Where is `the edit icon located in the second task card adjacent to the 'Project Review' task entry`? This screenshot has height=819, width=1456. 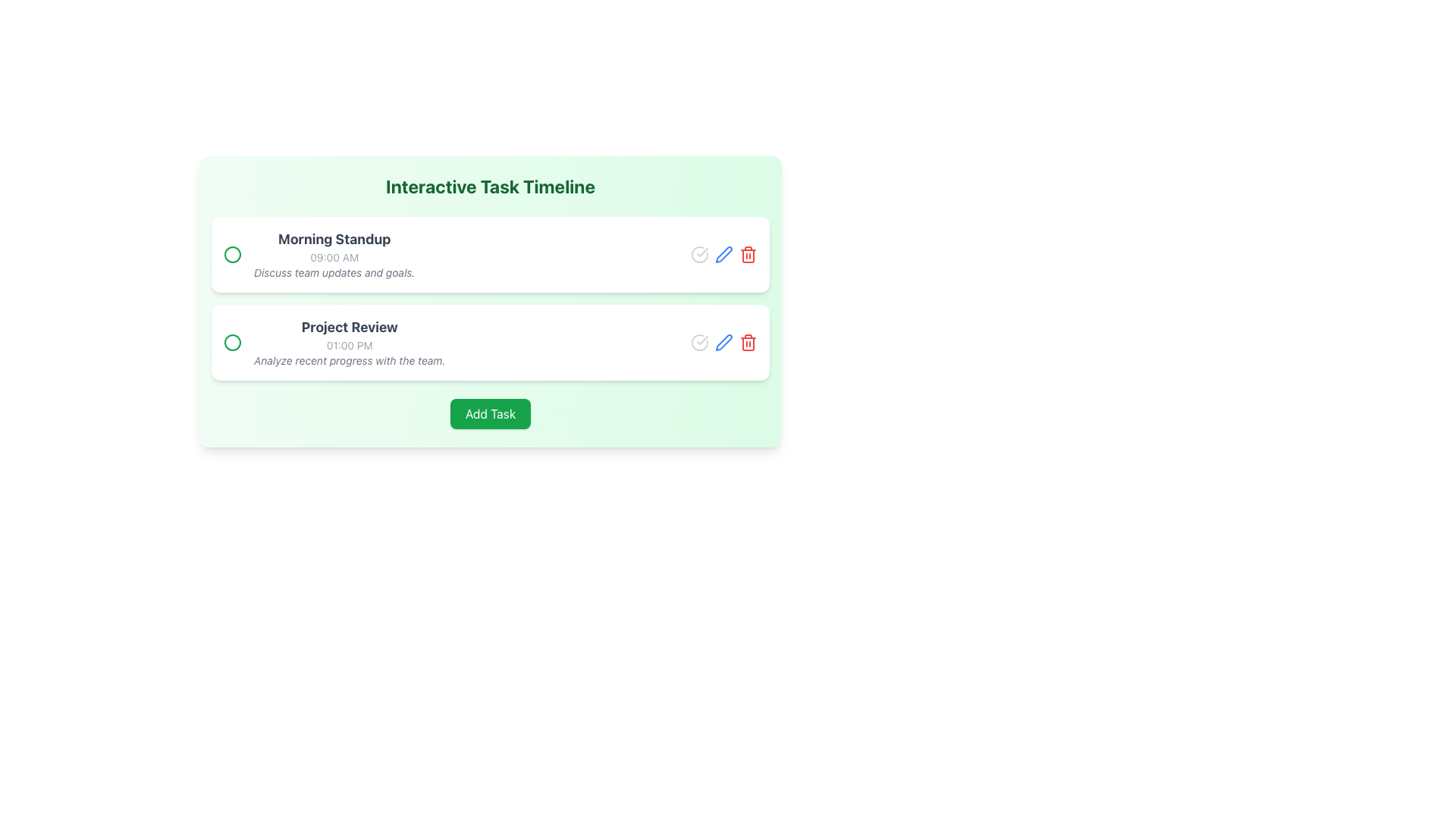 the edit icon located in the second task card adjacent to the 'Project Review' task entry is located at coordinates (723, 253).